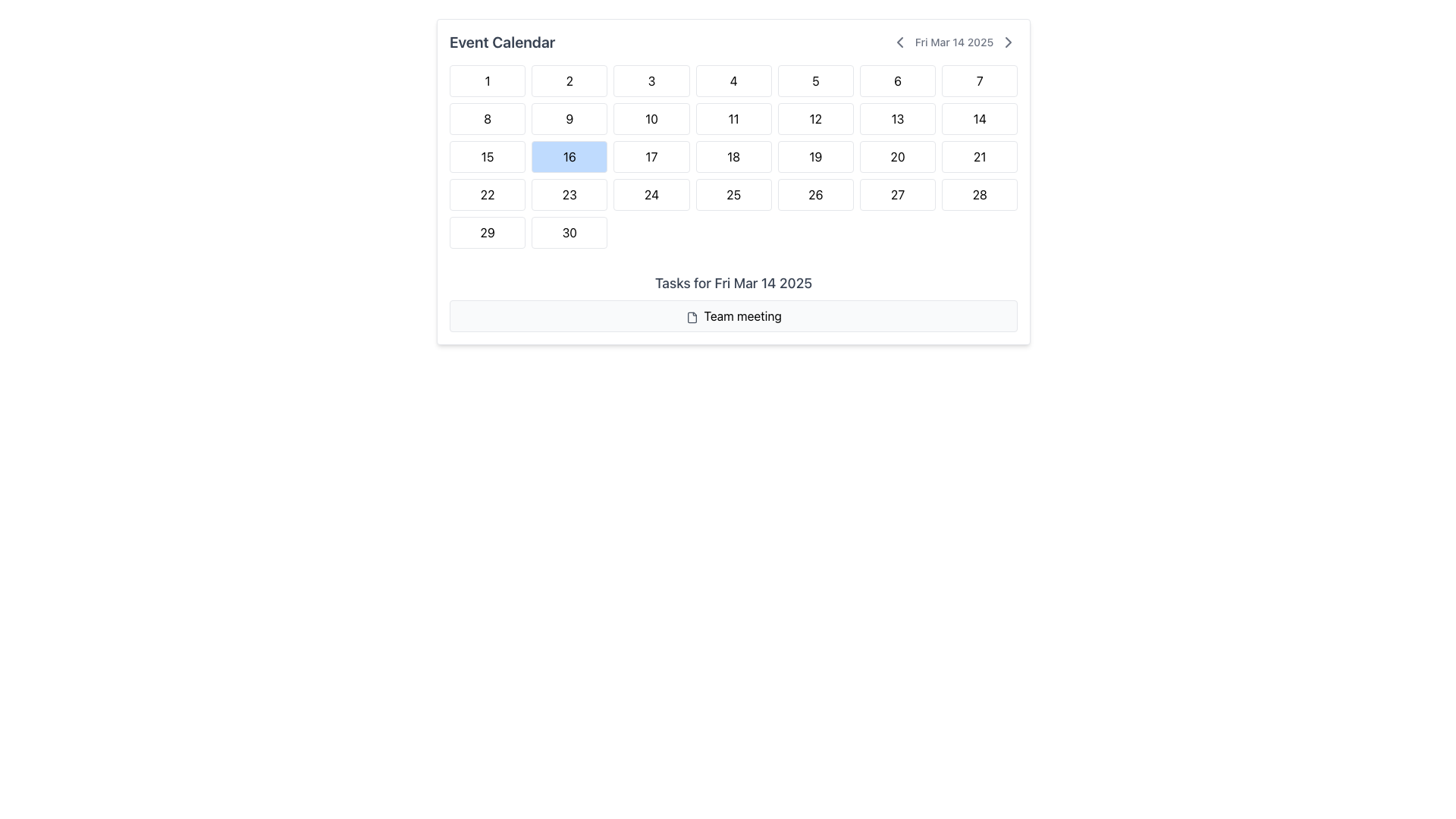  What do you see at coordinates (691, 316) in the screenshot?
I see `the document icon located to the left of the 'Team meeting' label in the calendar event details section` at bounding box center [691, 316].